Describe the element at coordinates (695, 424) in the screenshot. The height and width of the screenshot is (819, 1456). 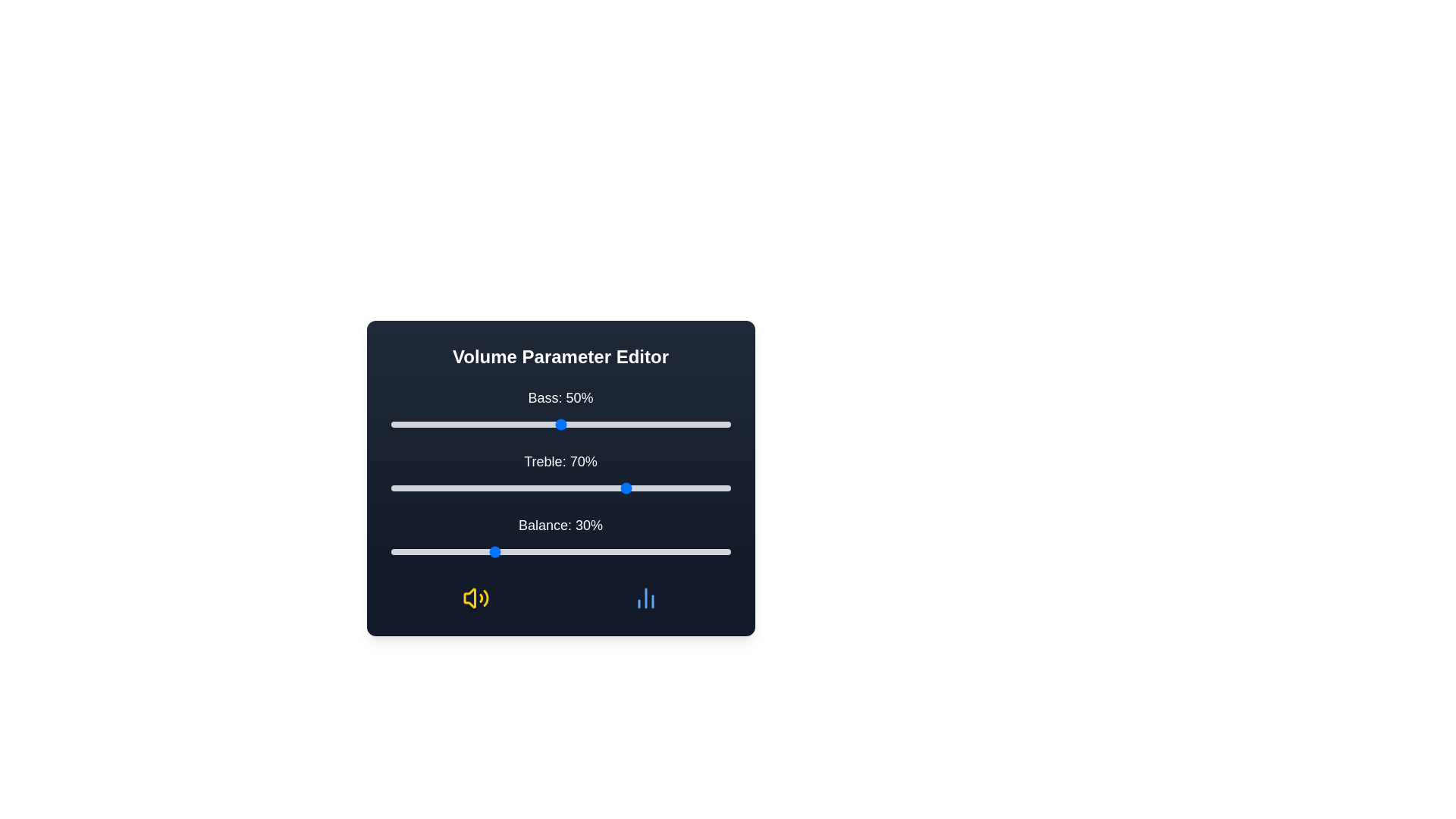
I see `the 0 slider to a value of 90%` at that location.